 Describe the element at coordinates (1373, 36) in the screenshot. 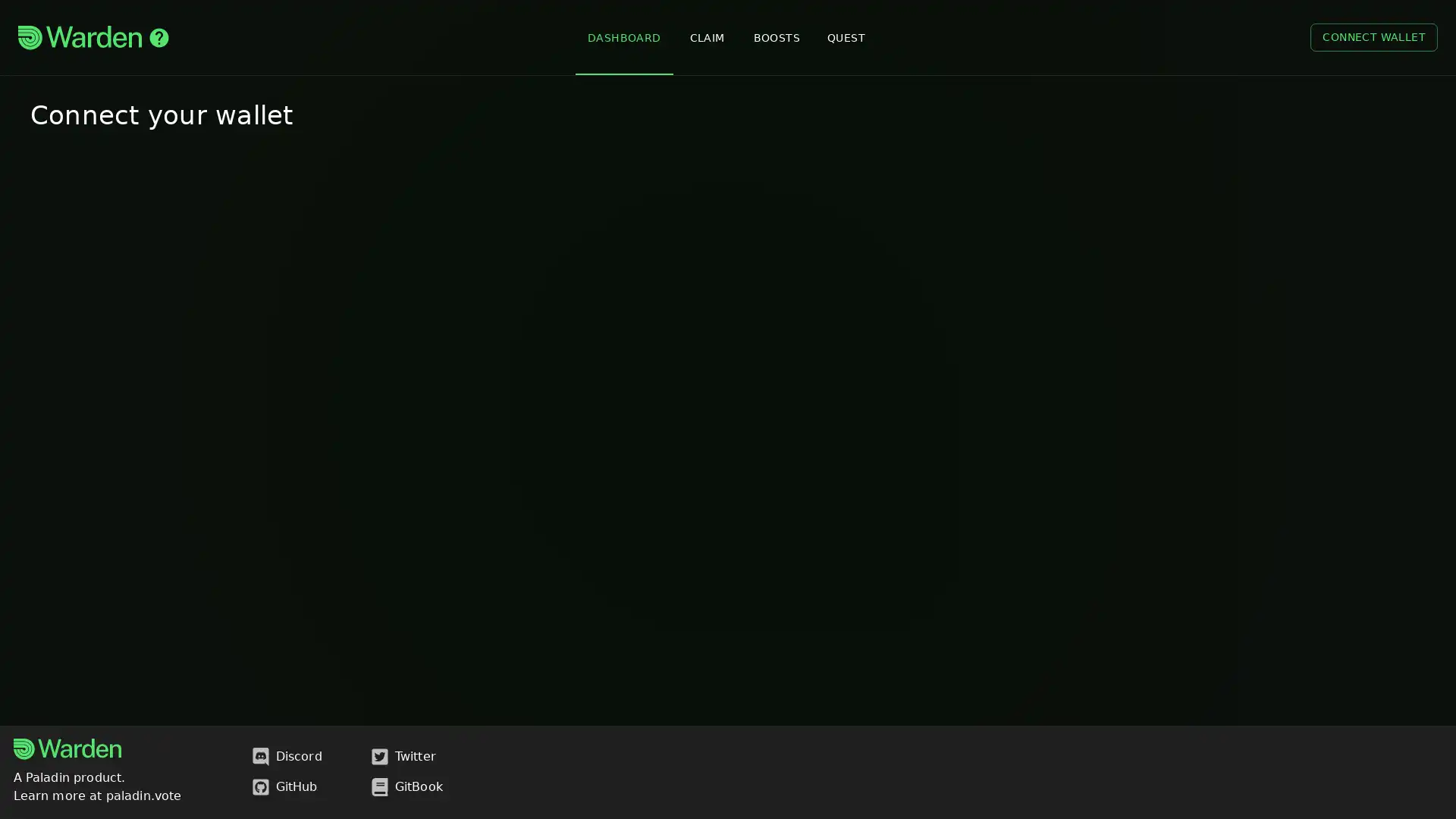

I see `CONNECT WALLET` at that location.